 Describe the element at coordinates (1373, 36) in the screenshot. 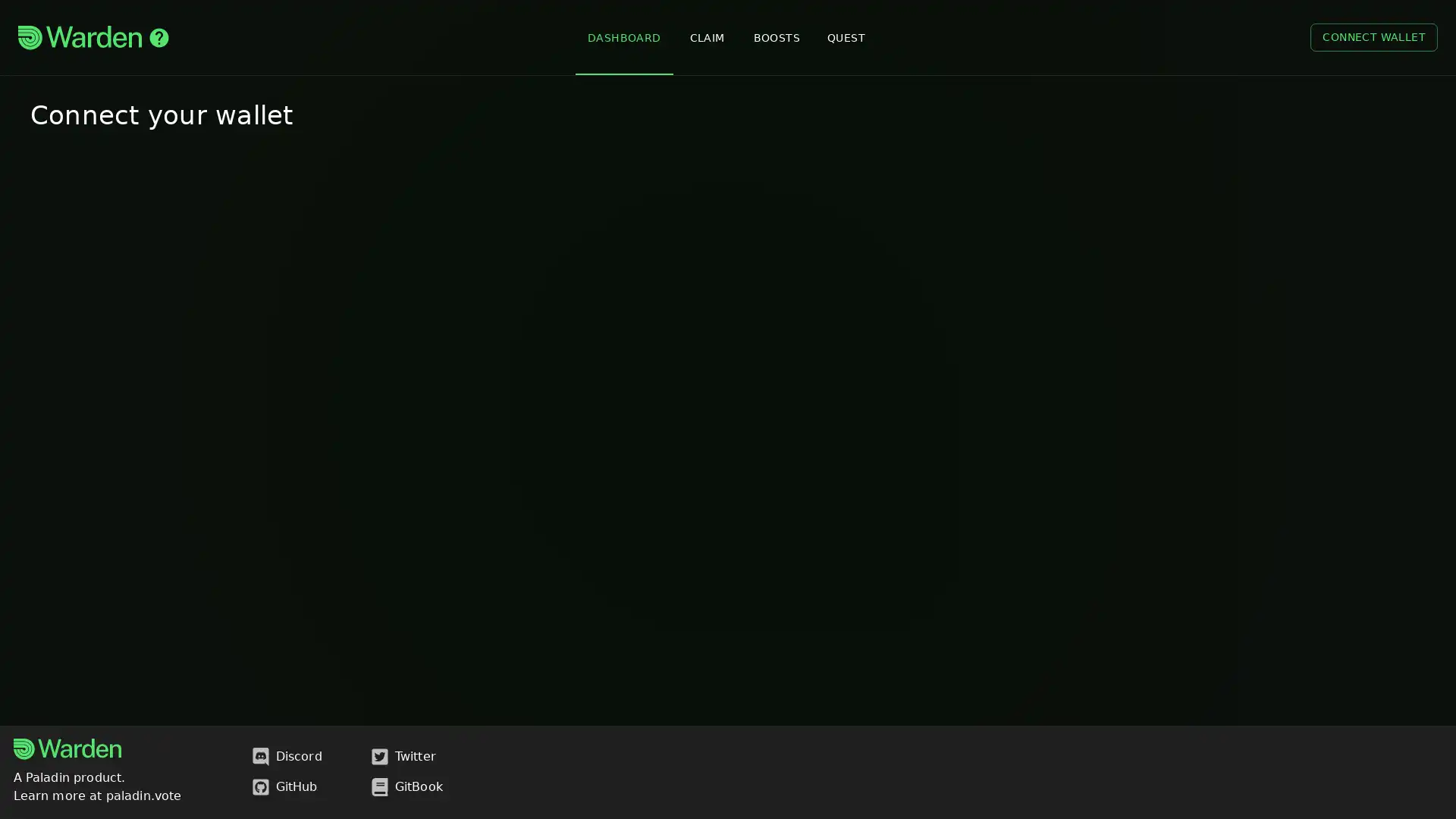

I see `CONNECT WALLET` at that location.